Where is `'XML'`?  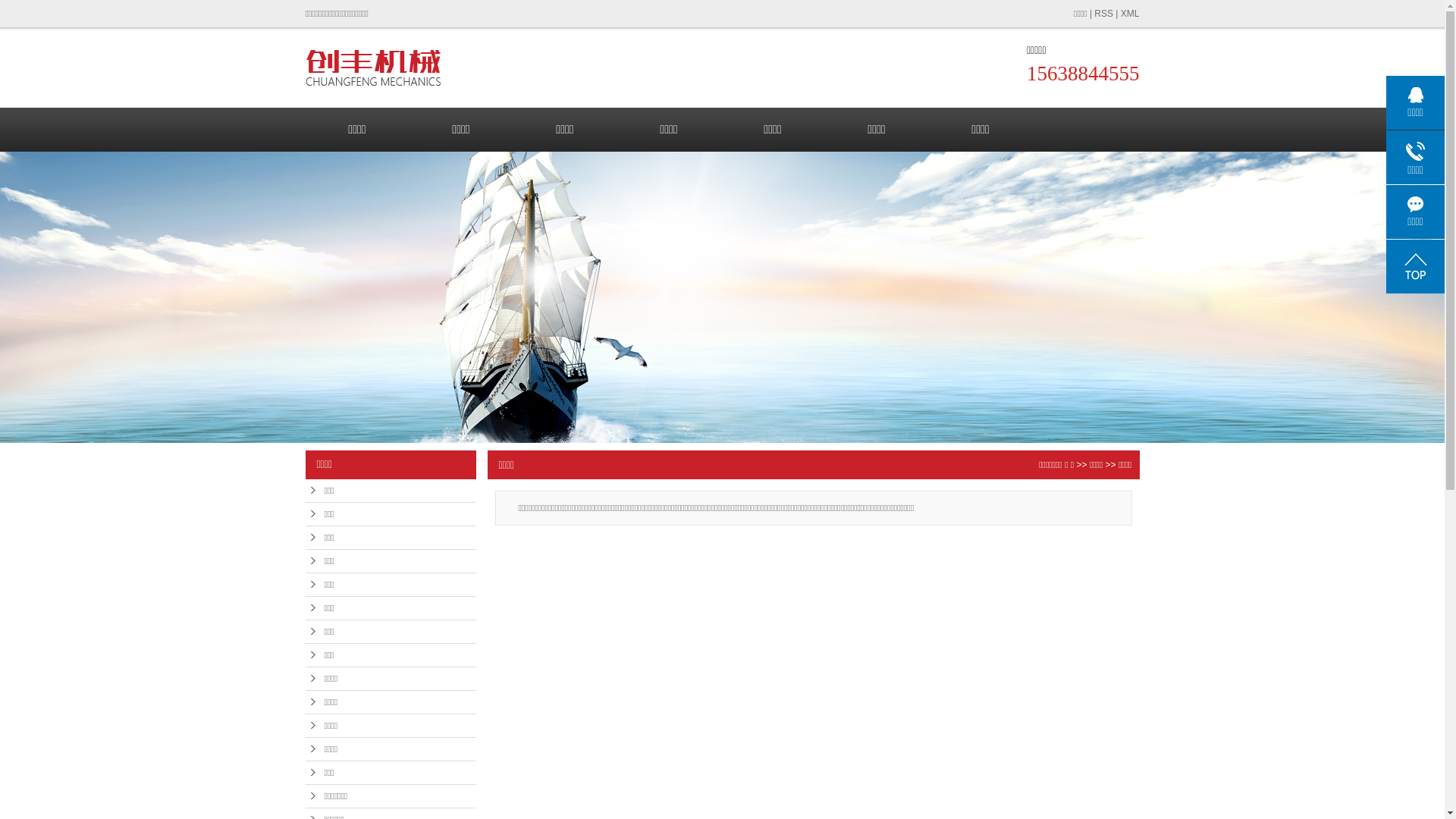 'XML' is located at coordinates (1130, 14).